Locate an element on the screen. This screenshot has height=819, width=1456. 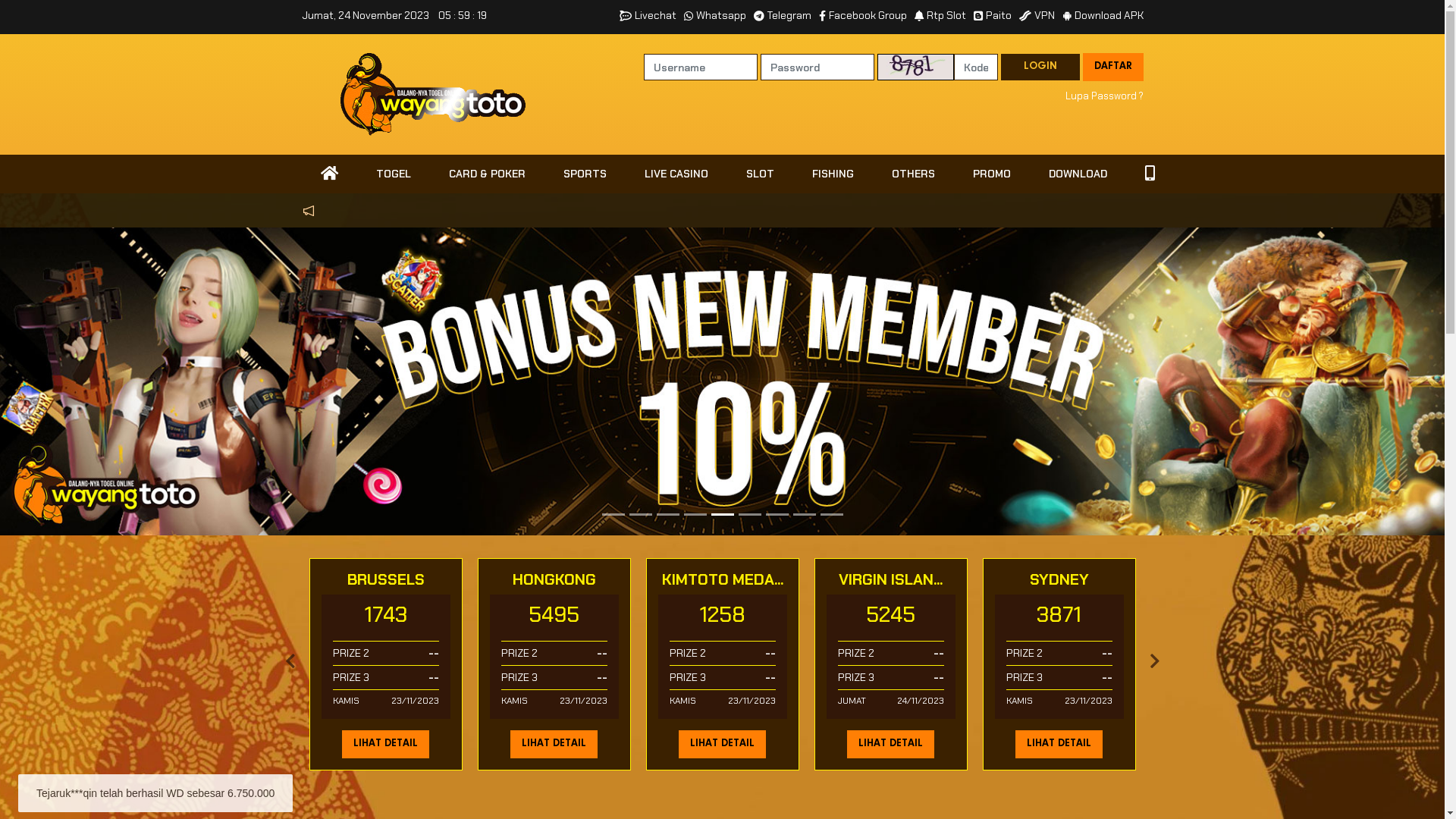
'LOGIN' is located at coordinates (1001, 66).